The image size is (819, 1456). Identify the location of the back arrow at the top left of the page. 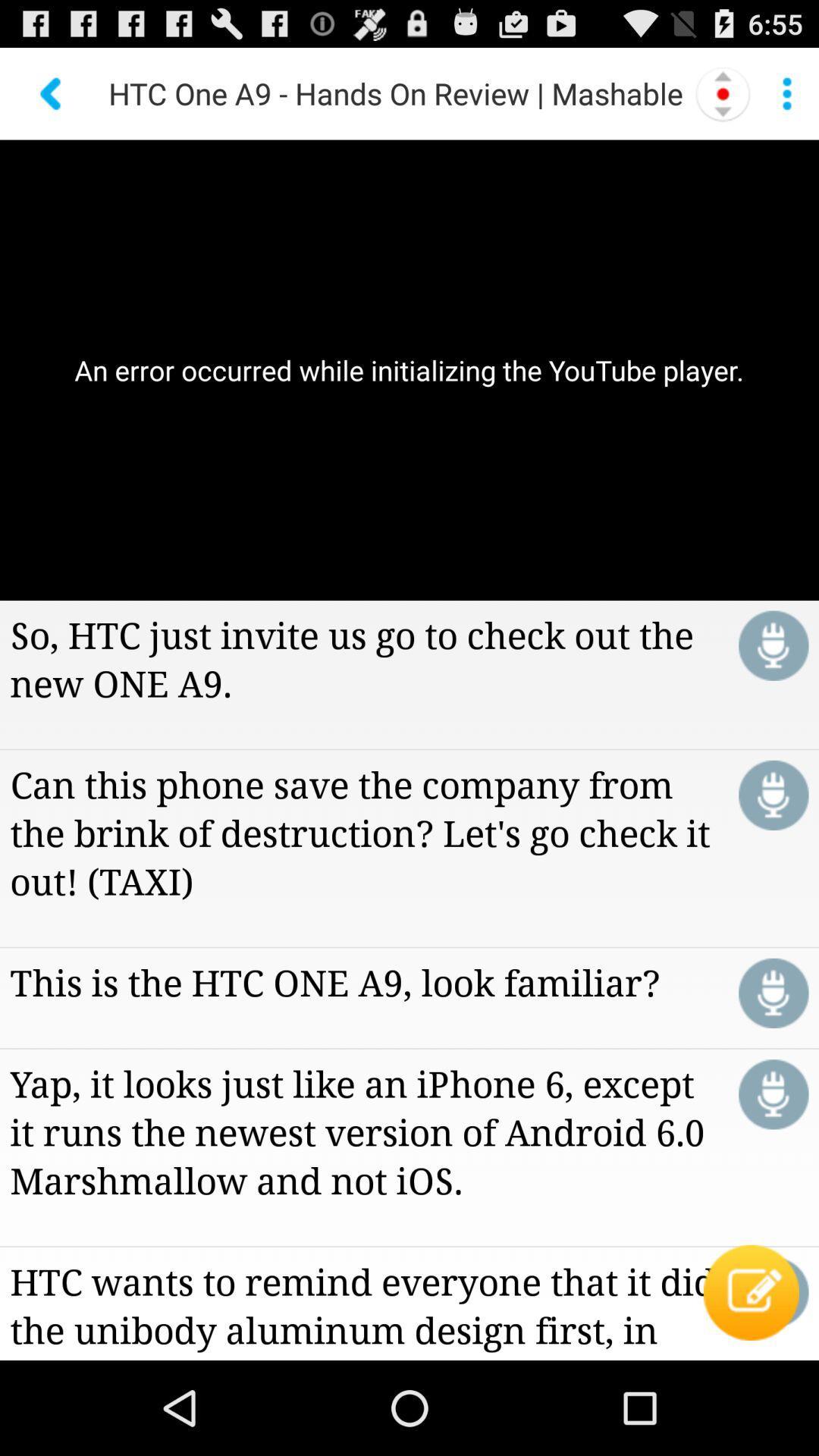
(52, 93).